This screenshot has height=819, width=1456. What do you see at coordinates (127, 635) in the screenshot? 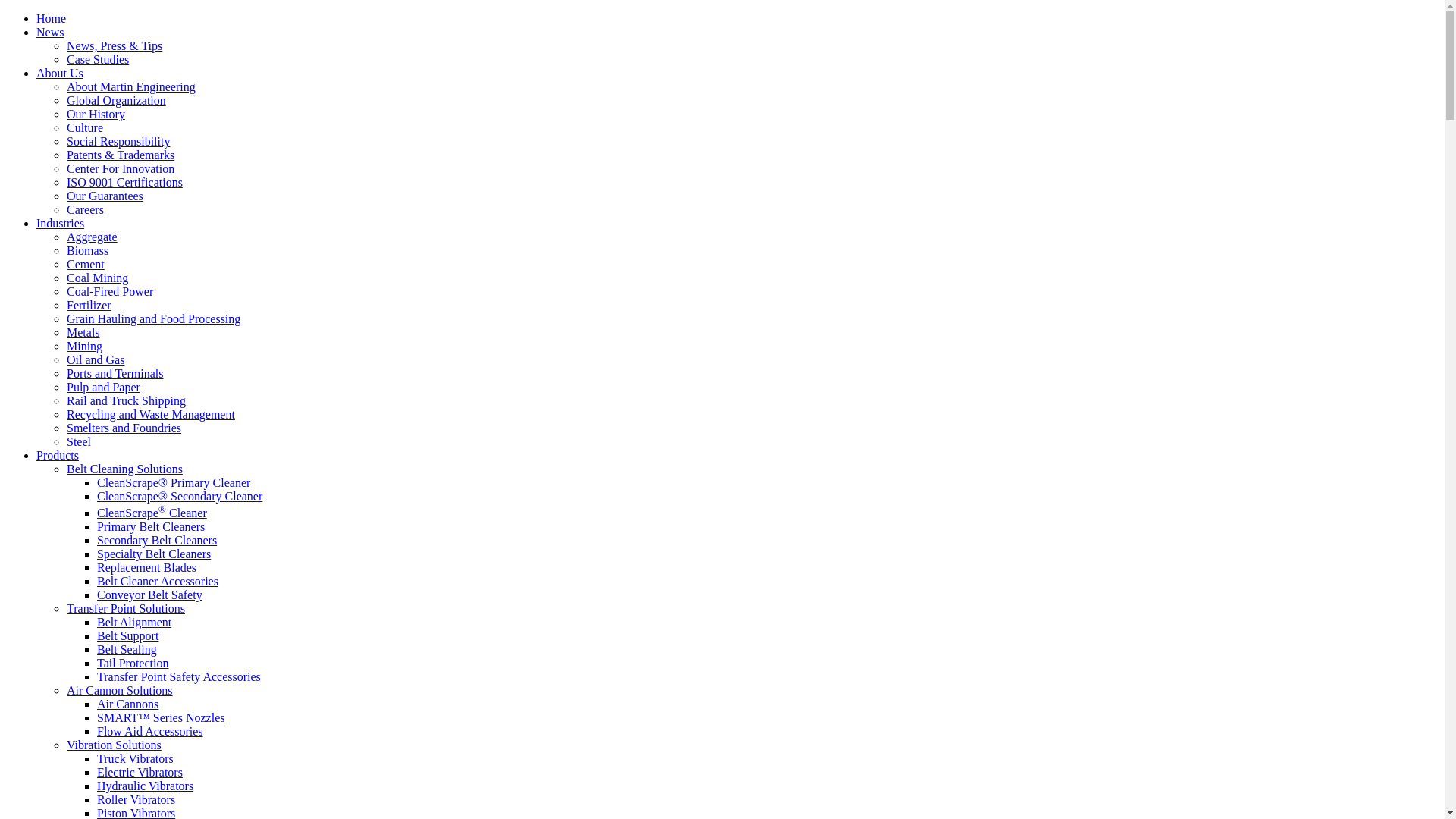
I see `'Belt Support'` at bounding box center [127, 635].